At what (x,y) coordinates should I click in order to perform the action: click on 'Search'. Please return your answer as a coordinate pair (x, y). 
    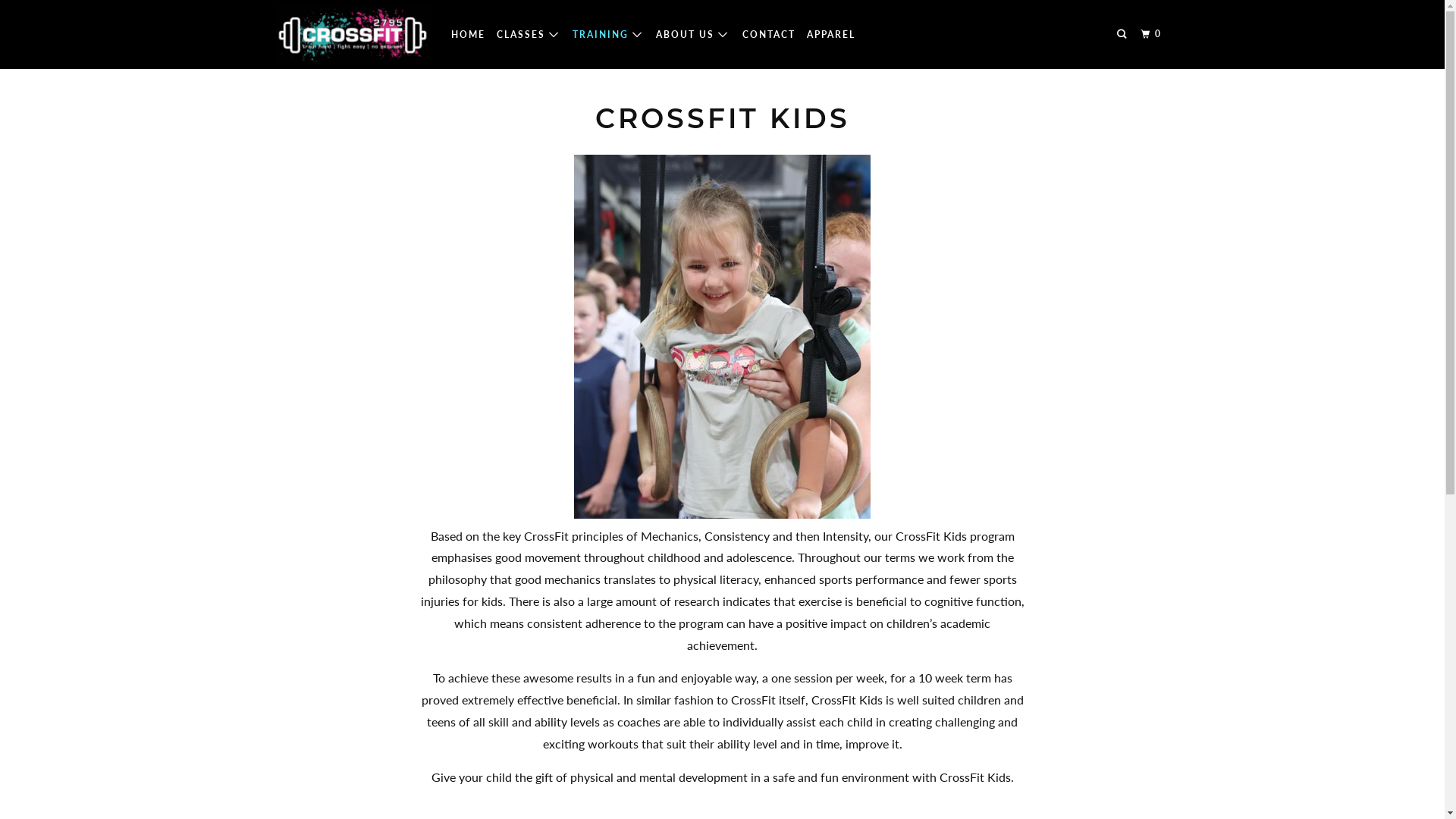
    Looking at the image, I should click on (1113, 34).